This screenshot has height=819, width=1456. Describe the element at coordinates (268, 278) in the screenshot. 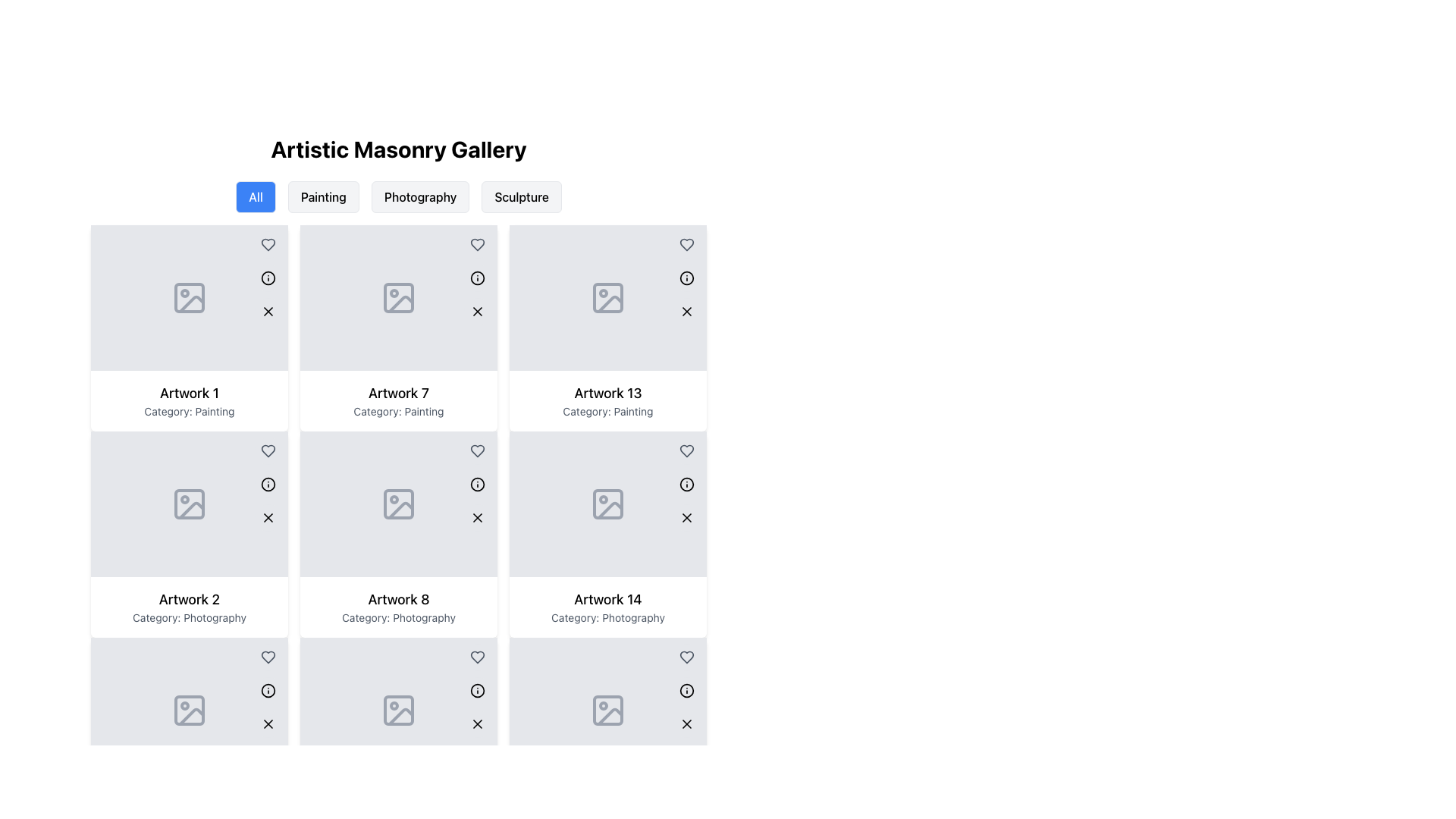

I see `Circle SVG element located in the second column of the first row of a grid layout, which has a thin black border and is positioned next to other icons like the heart symbol` at that location.